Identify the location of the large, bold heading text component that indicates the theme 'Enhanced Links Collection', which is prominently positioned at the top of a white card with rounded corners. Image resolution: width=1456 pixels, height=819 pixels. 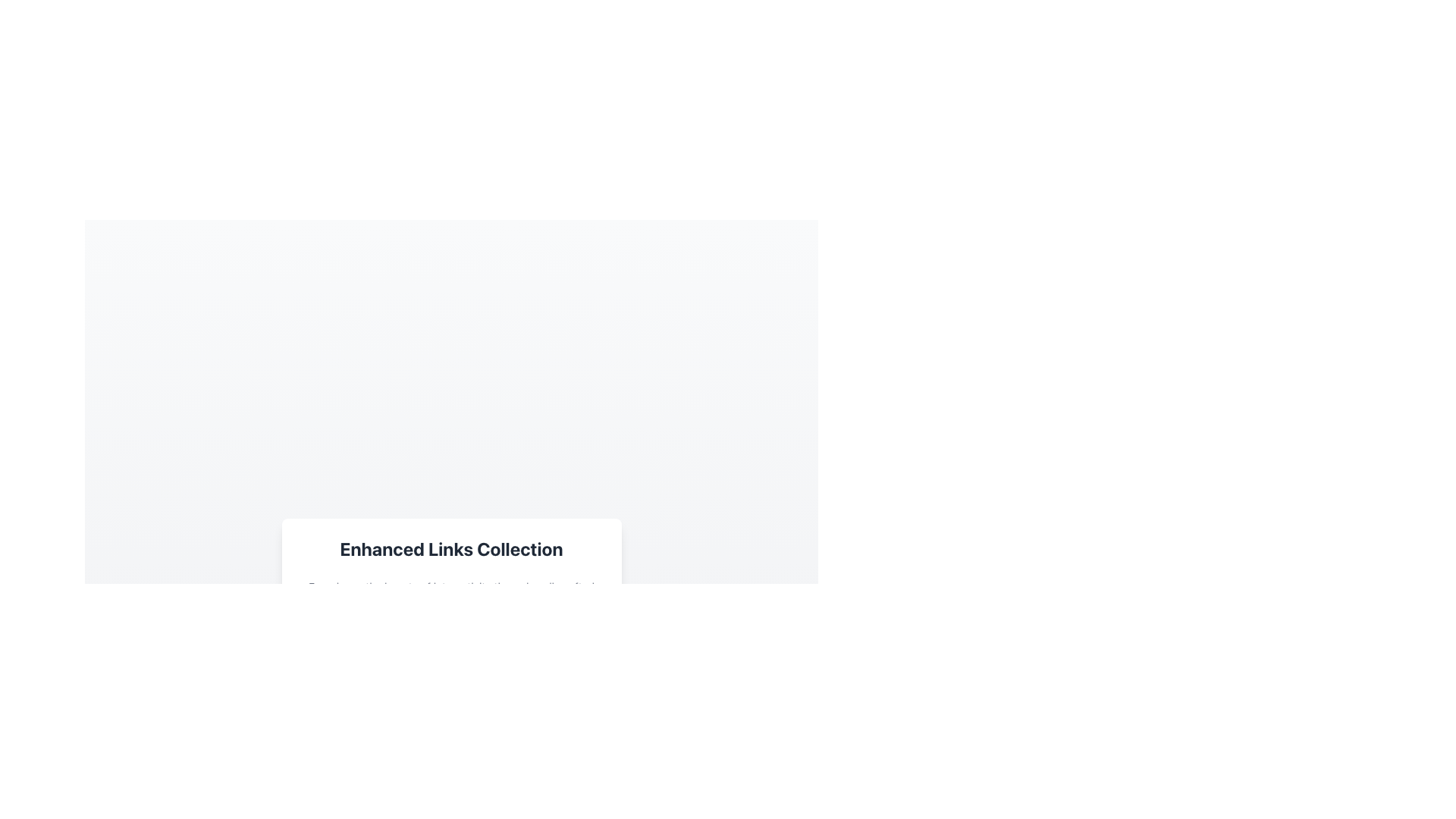
(450, 549).